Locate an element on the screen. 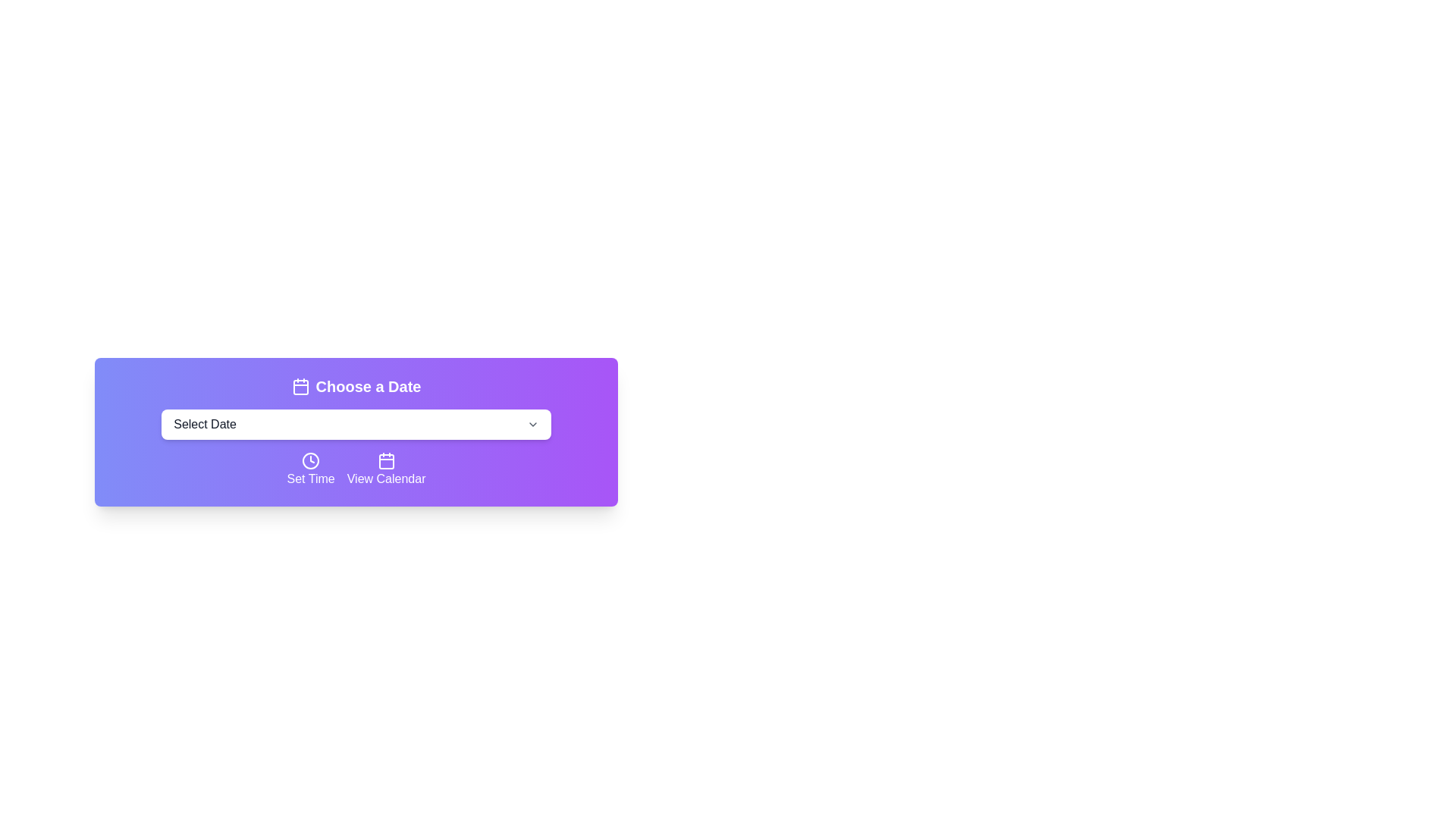 This screenshot has height=819, width=1456. the header text with icon at the top center of the date selection interface to indicate its purpose is located at coordinates (356, 385).